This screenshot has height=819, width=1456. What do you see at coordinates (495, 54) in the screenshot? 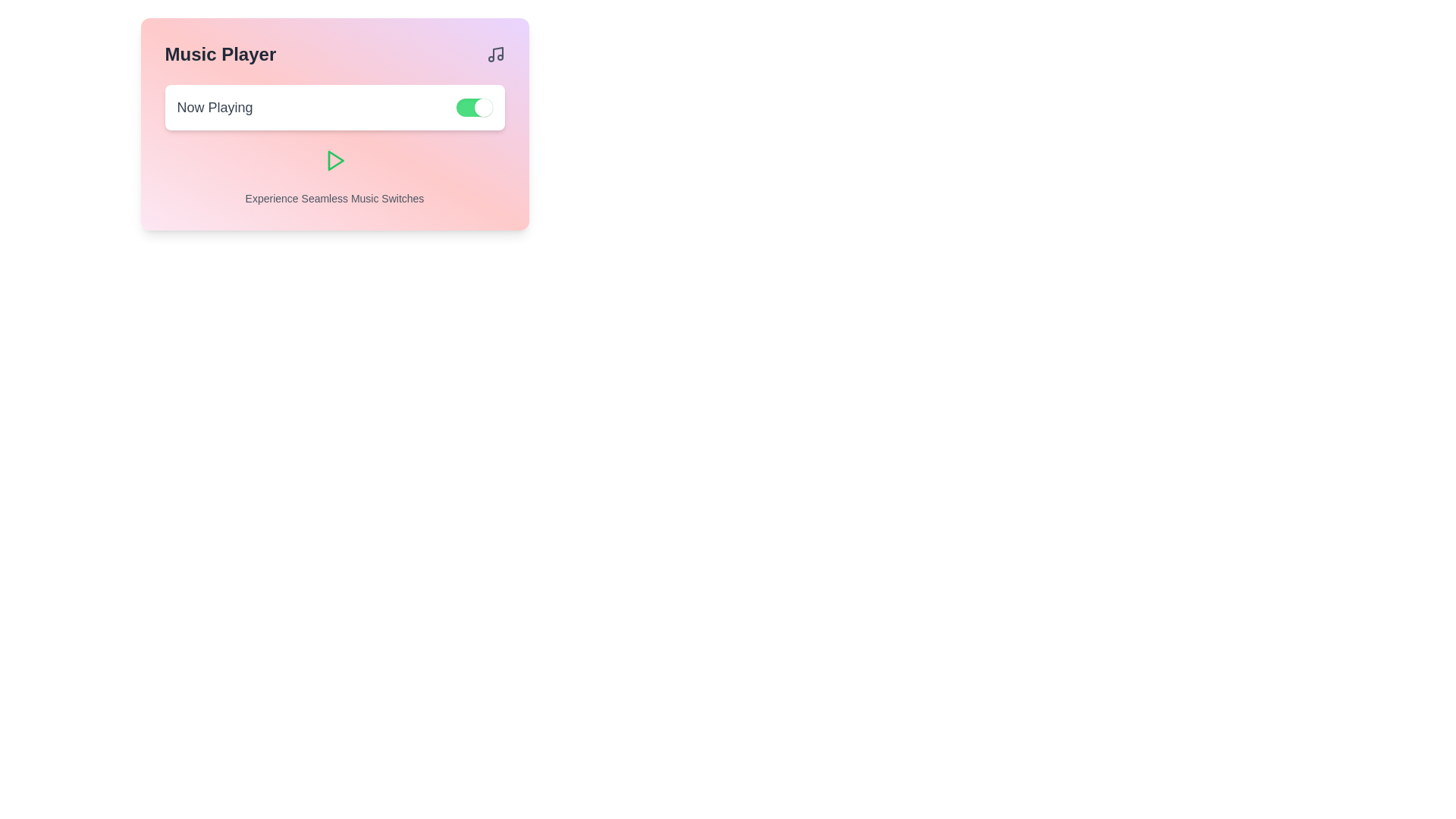
I see `the musical note icon located in the top-right corner of the 'Music Player' panel, adjacent to the 'Music Player' title text` at bounding box center [495, 54].